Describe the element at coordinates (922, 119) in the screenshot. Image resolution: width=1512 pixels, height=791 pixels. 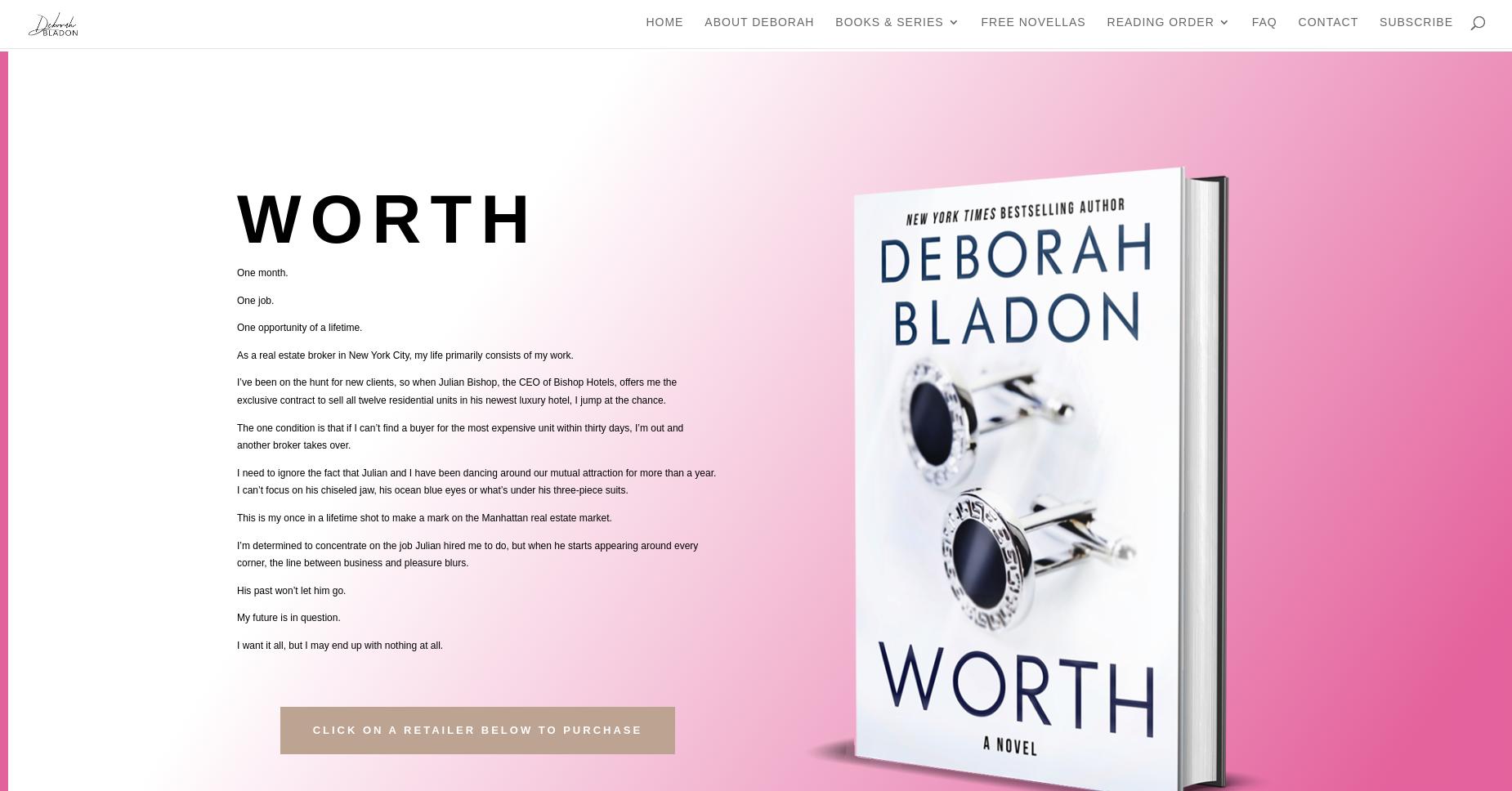
I see `'Original Series'` at that location.